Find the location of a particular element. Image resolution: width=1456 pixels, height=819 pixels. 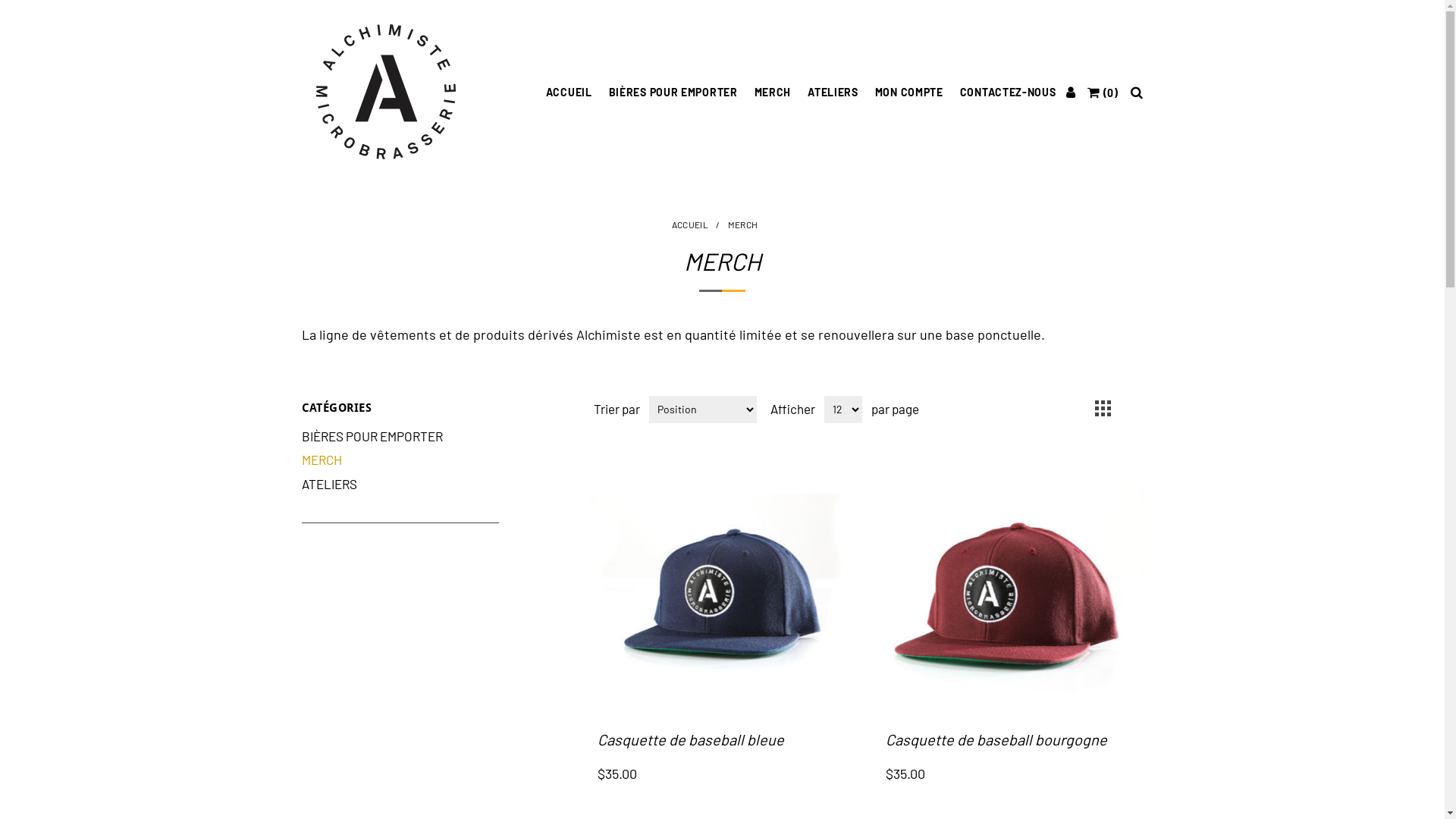

'MERCH' is located at coordinates (321, 459).